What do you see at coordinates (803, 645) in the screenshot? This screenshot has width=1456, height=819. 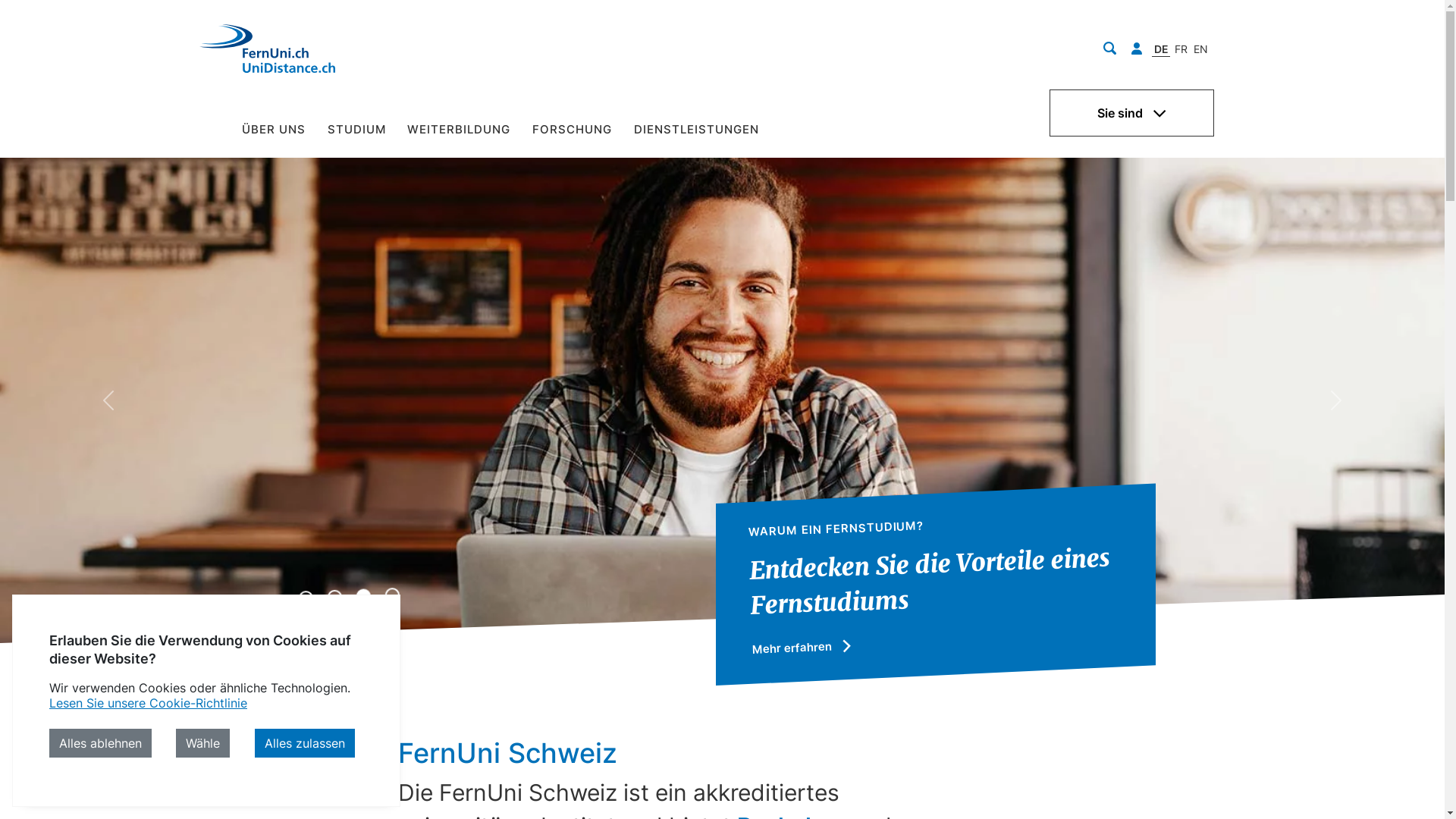 I see `'Mehr erfahren'` at bounding box center [803, 645].